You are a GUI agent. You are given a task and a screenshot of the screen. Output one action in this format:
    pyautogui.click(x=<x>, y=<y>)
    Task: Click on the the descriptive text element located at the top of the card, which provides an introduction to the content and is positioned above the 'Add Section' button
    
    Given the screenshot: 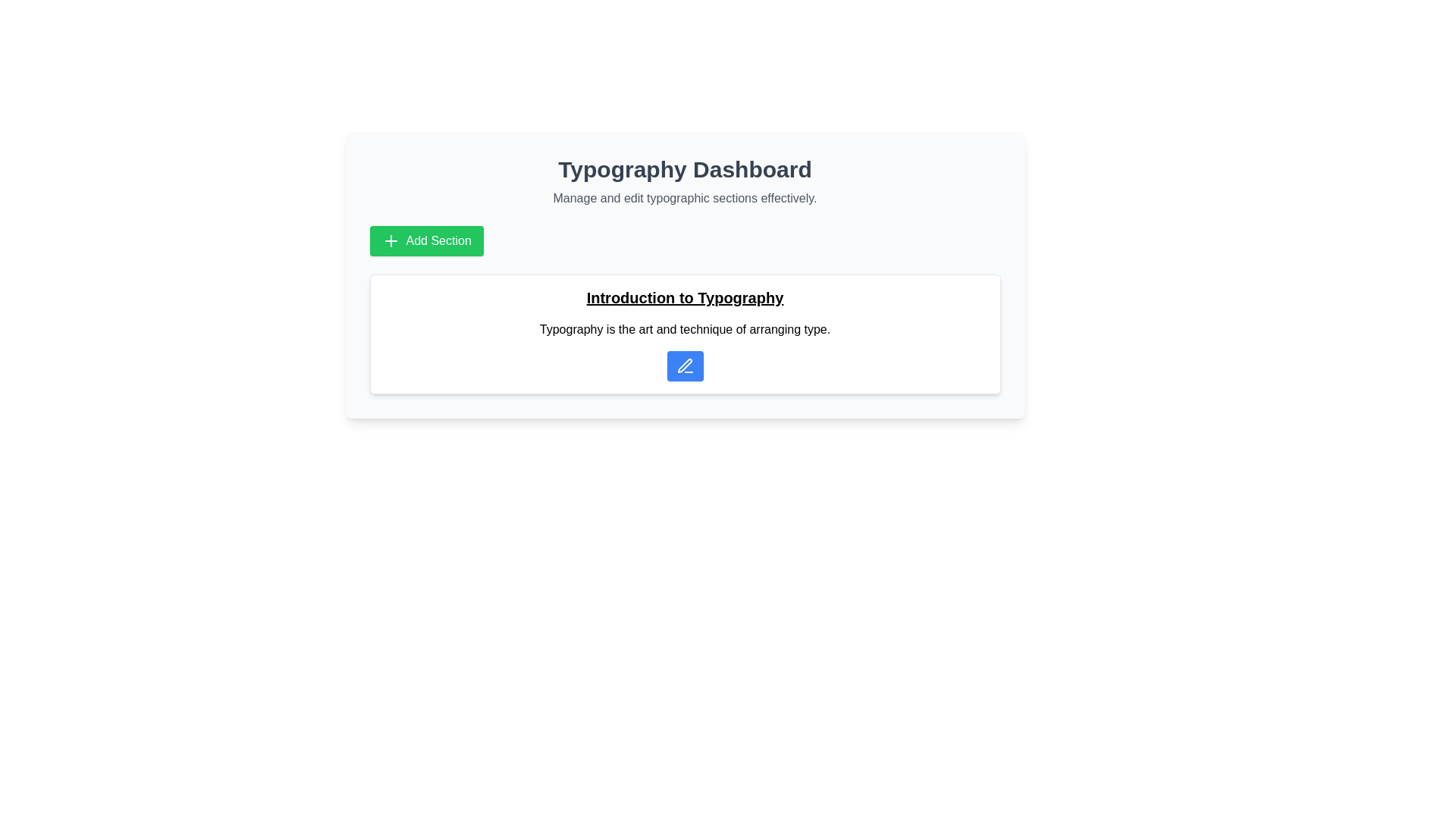 What is the action you would take?
    pyautogui.click(x=684, y=180)
    